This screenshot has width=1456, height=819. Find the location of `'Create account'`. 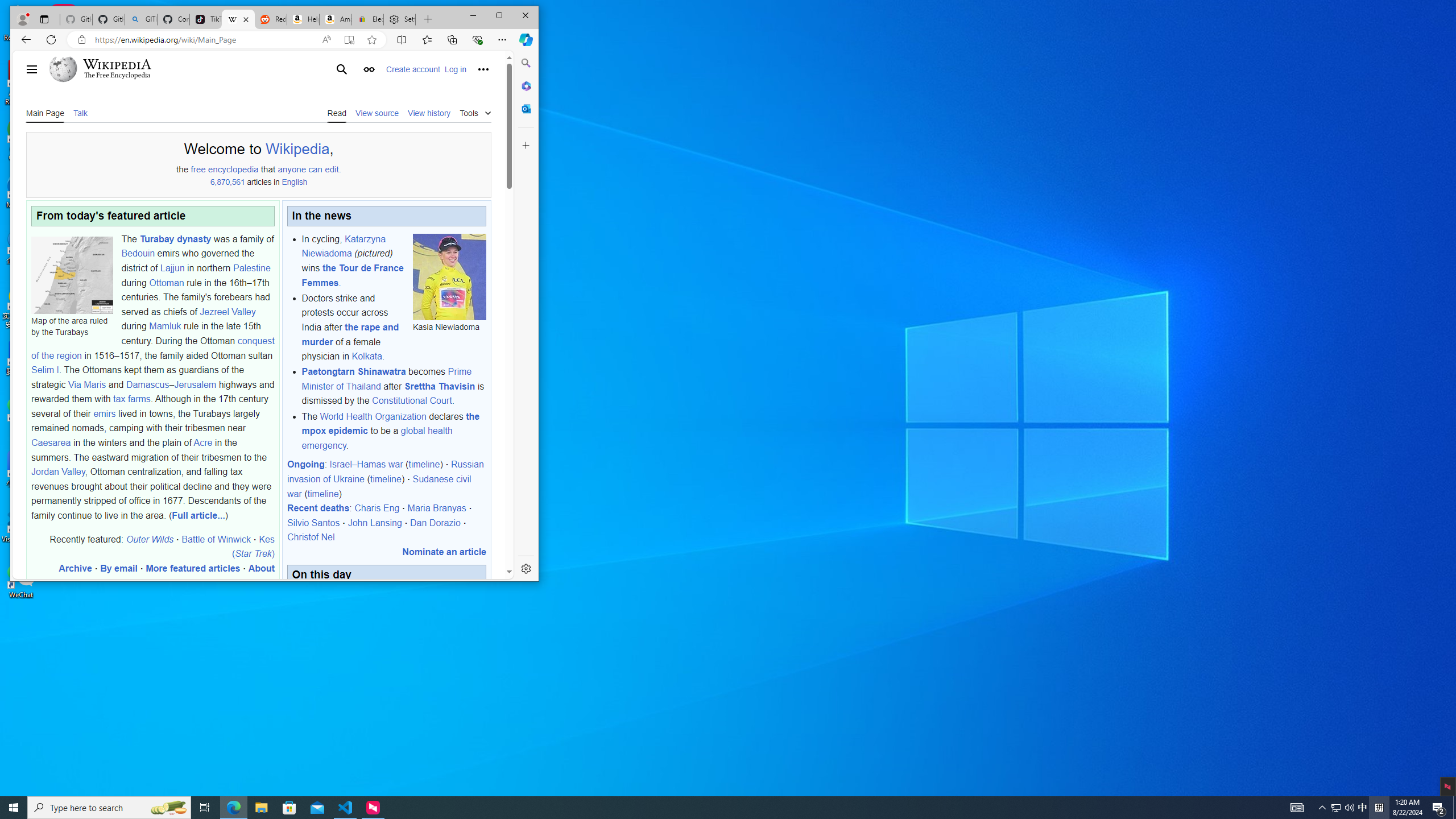

'Create account' is located at coordinates (412, 68).